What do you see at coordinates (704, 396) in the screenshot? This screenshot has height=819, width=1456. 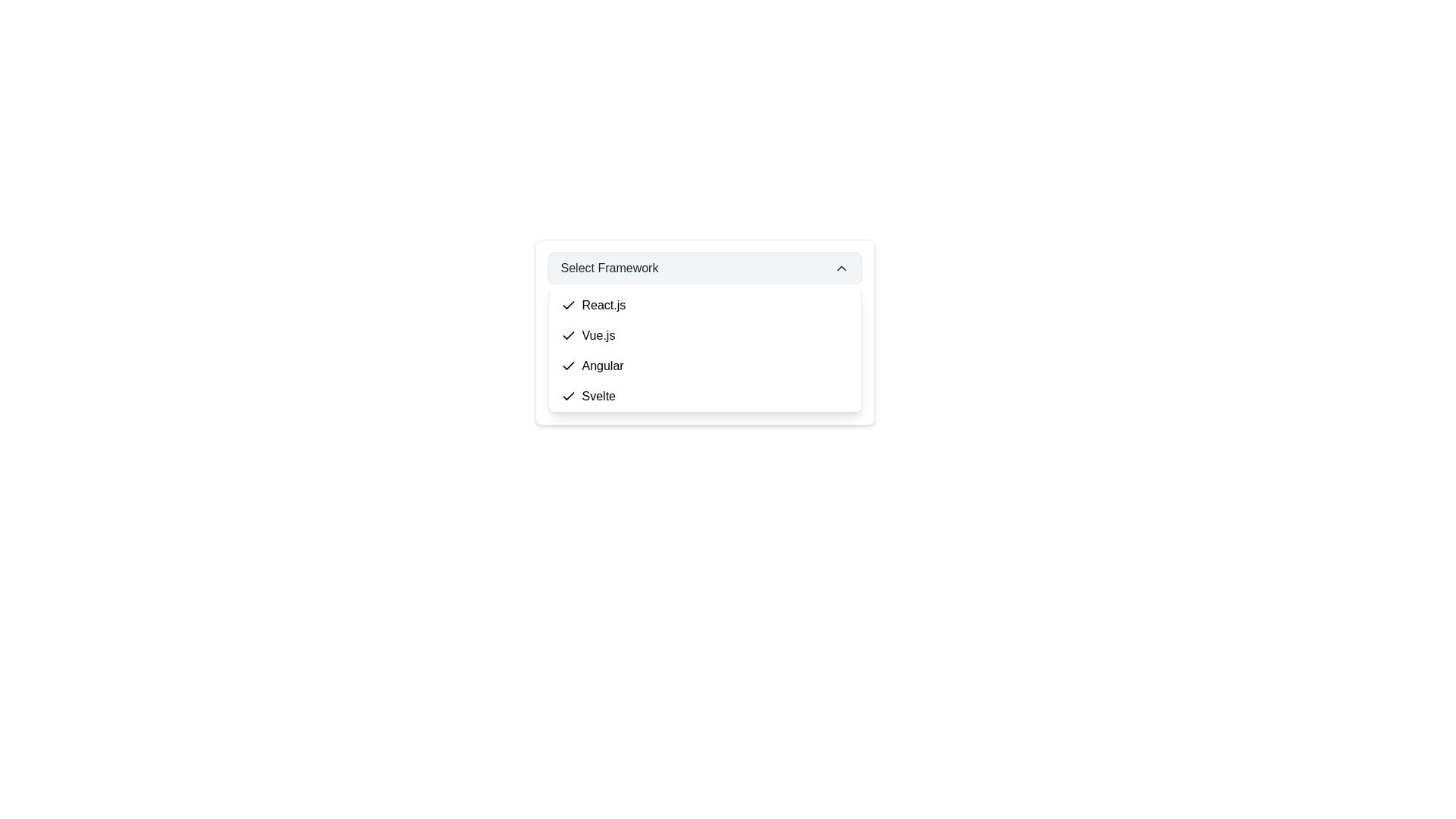 I see `the dropdown list item labeled 'Svelte' to bring this option into view if necessary` at bounding box center [704, 396].